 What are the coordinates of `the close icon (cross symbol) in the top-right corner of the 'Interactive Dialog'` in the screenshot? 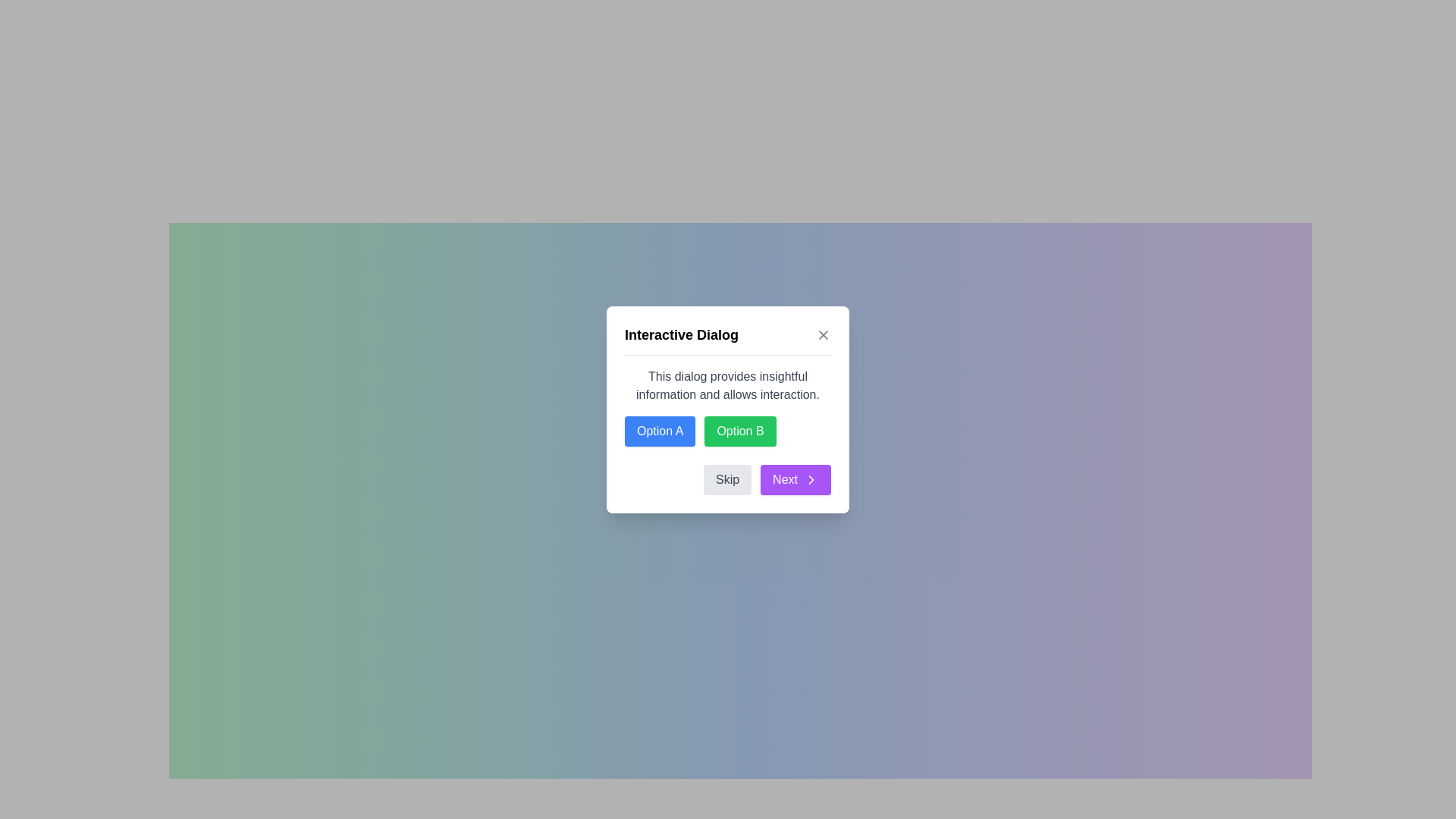 It's located at (822, 333).